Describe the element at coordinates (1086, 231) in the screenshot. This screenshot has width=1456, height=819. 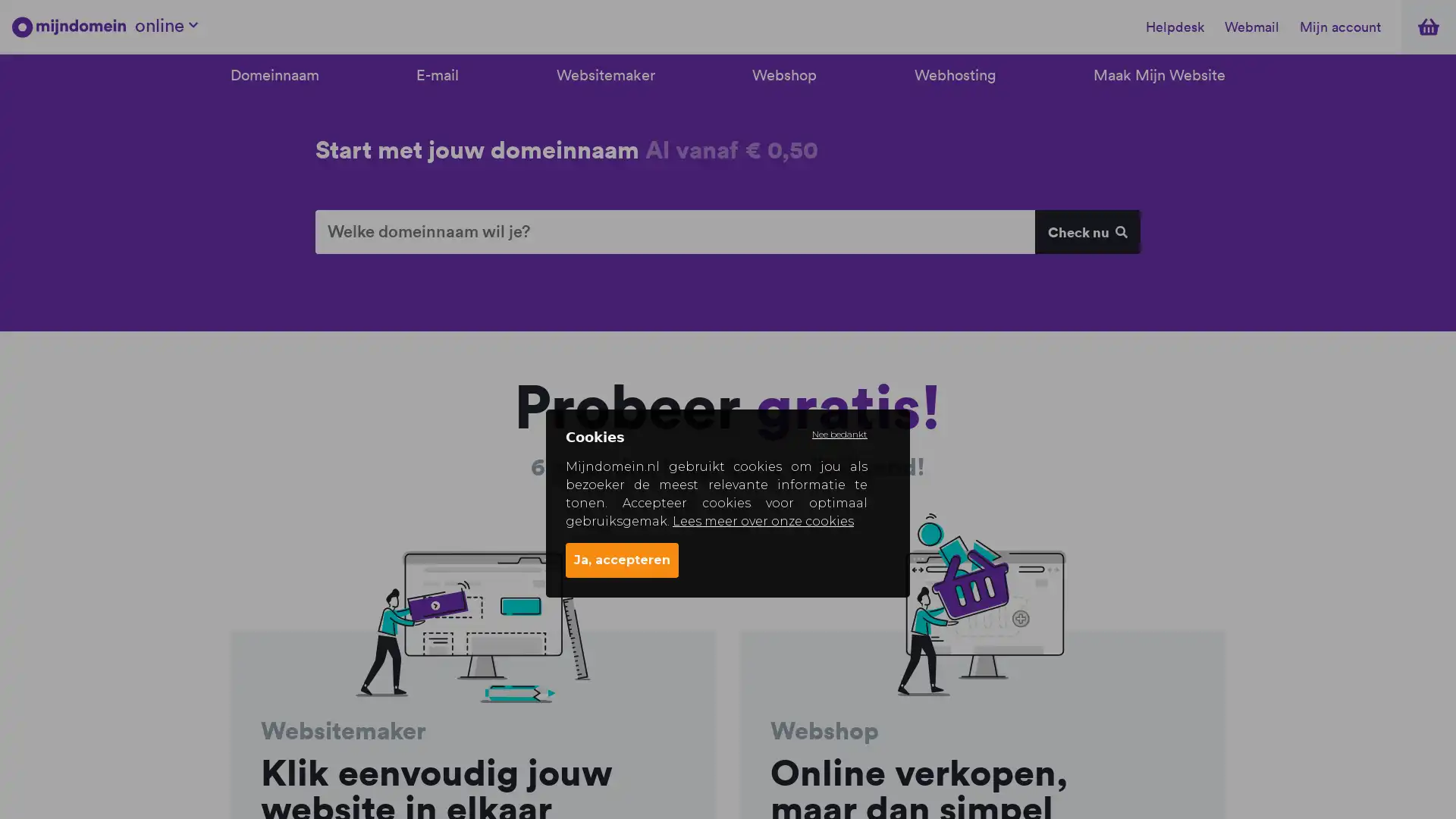
I see `Check nu` at that location.